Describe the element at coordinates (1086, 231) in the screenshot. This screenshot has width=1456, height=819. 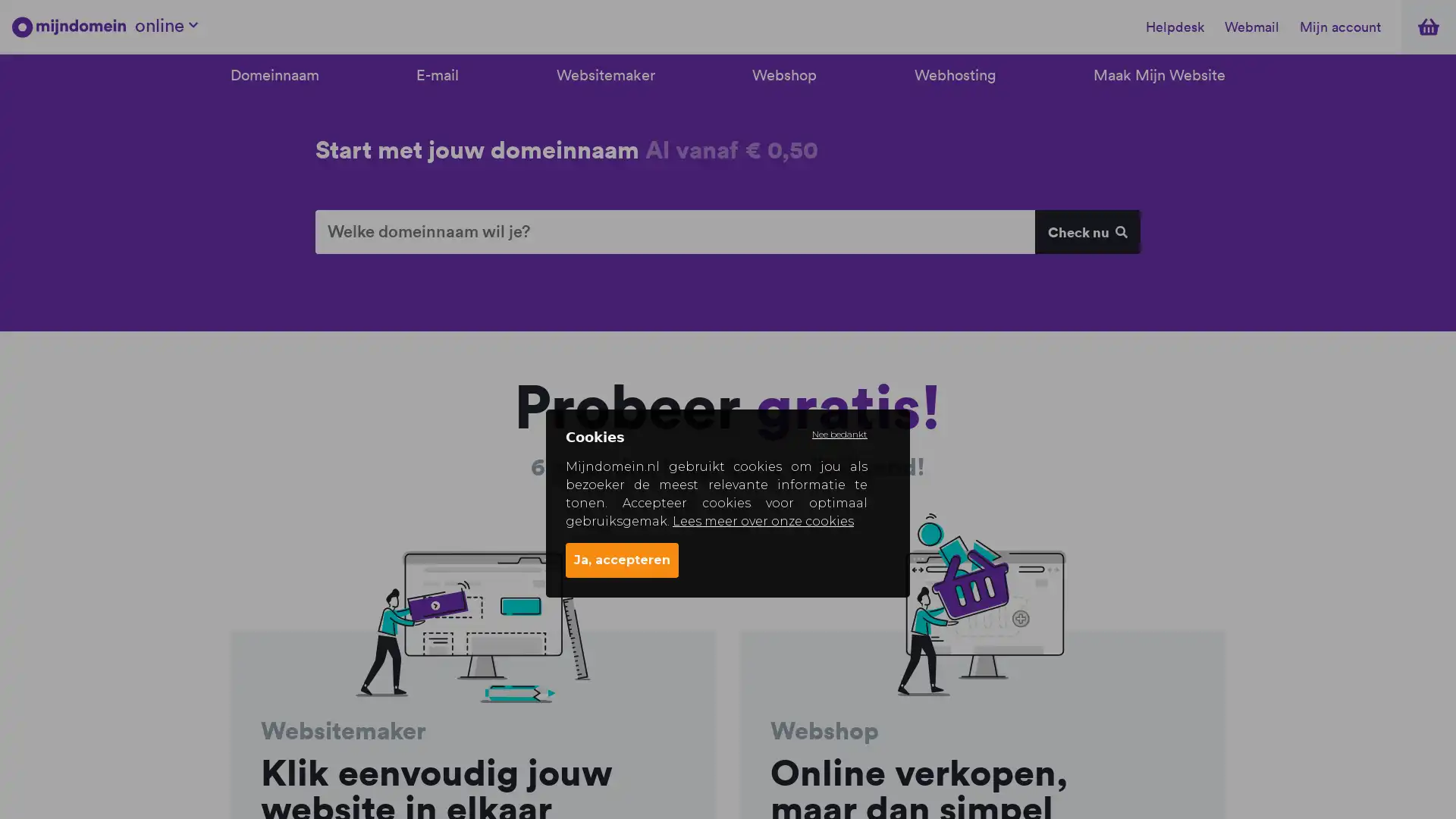
I see `Check nu` at that location.